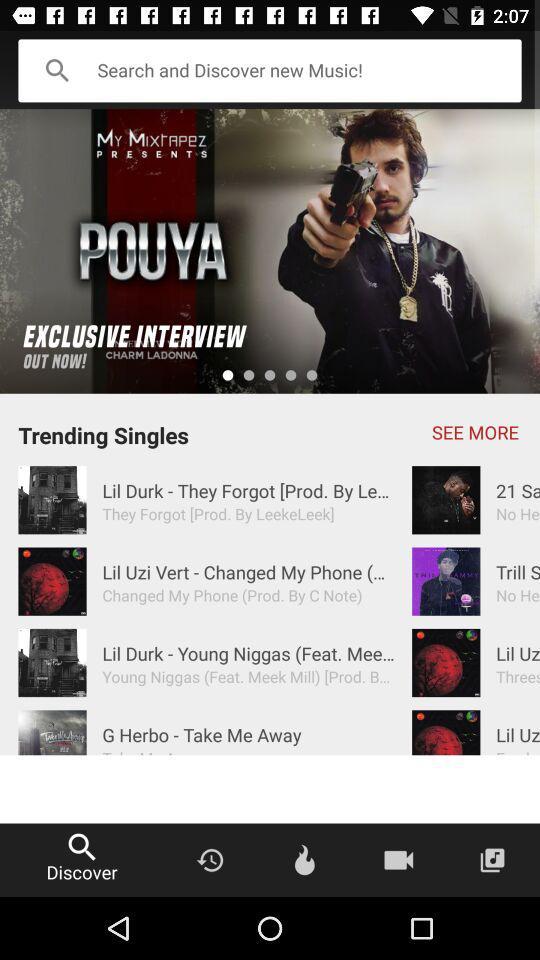 This screenshot has height=960, width=540. What do you see at coordinates (57, 70) in the screenshot?
I see `the search icon` at bounding box center [57, 70].